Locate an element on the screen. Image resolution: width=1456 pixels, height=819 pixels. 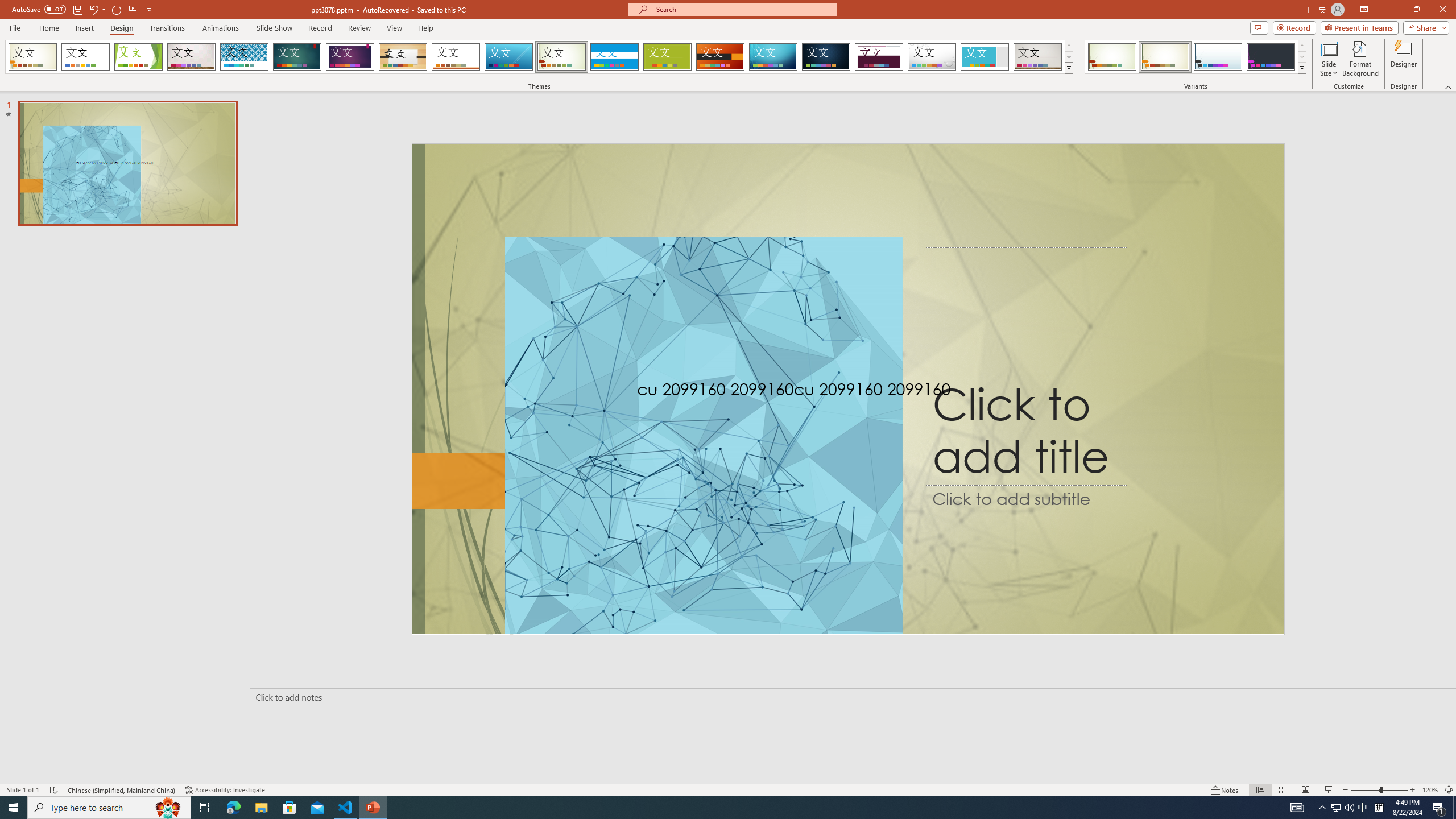
'Themes' is located at coordinates (1069, 67).